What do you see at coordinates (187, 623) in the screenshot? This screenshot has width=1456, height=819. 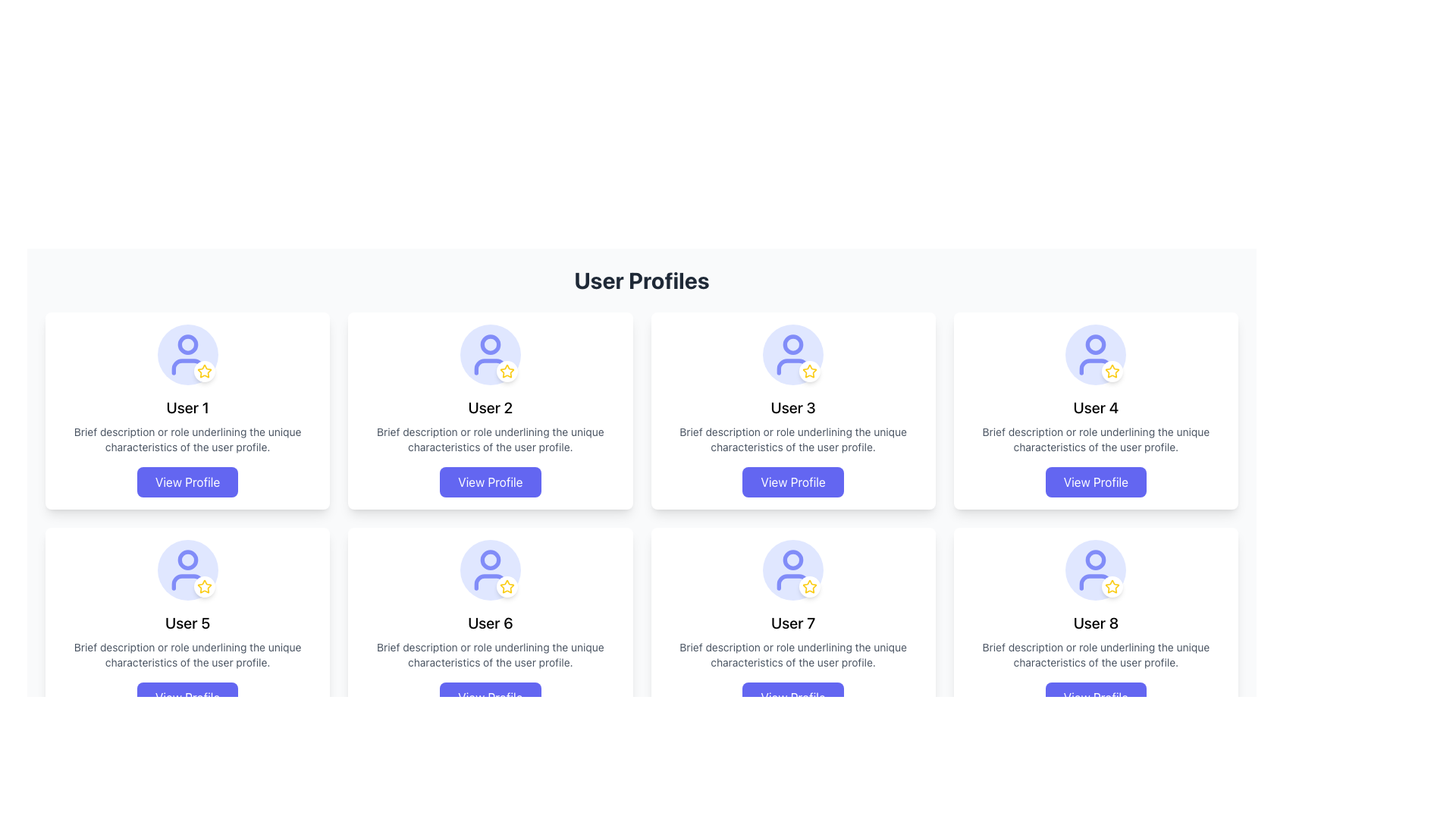 I see `the text label displaying 'User 5' which is centered in the second row of user profile cards` at bounding box center [187, 623].